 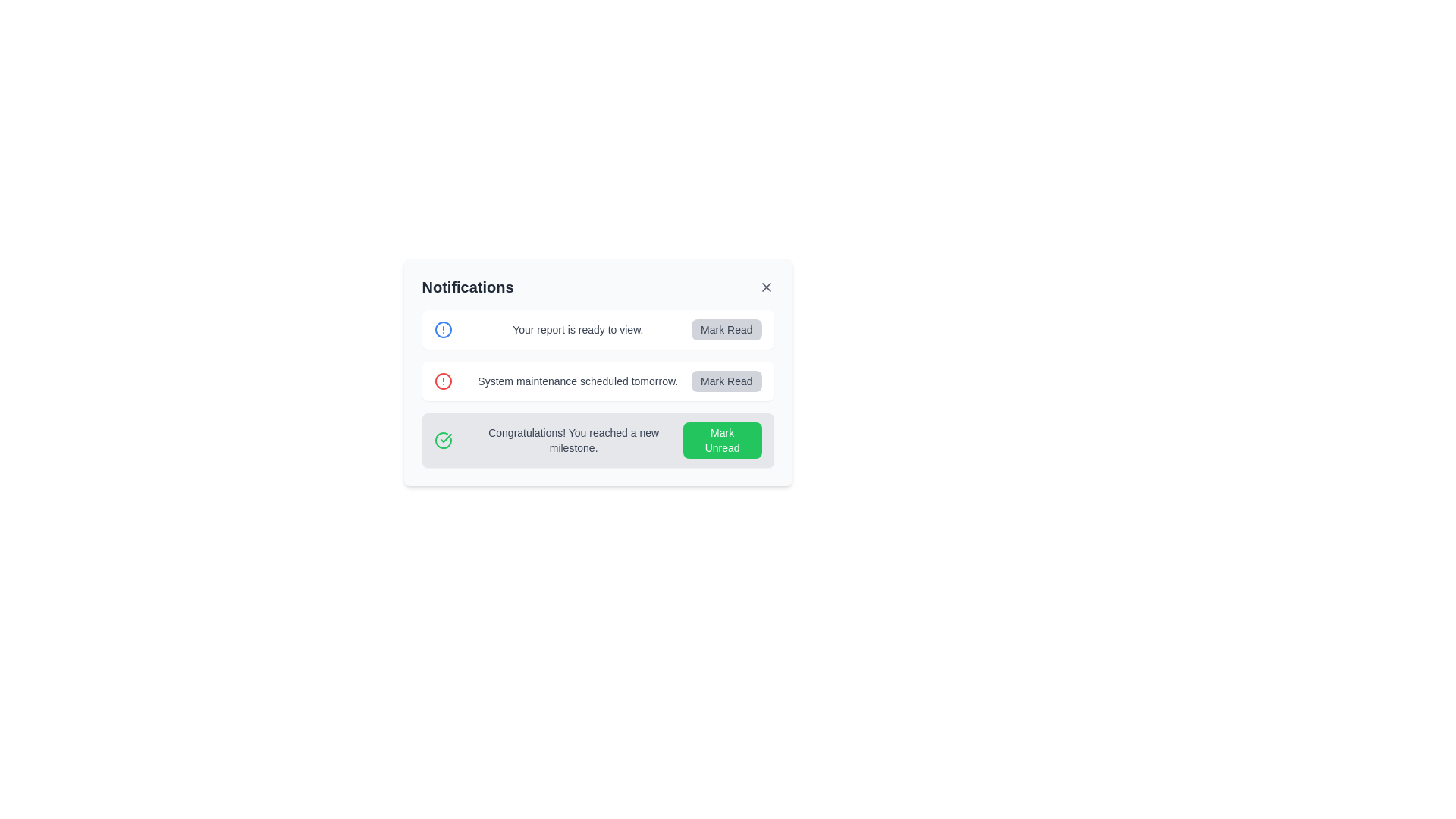 I want to click on the bold, large-text header displaying 'Notifications' located at the top-left corner of the notification panel, so click(x=467, y=287).